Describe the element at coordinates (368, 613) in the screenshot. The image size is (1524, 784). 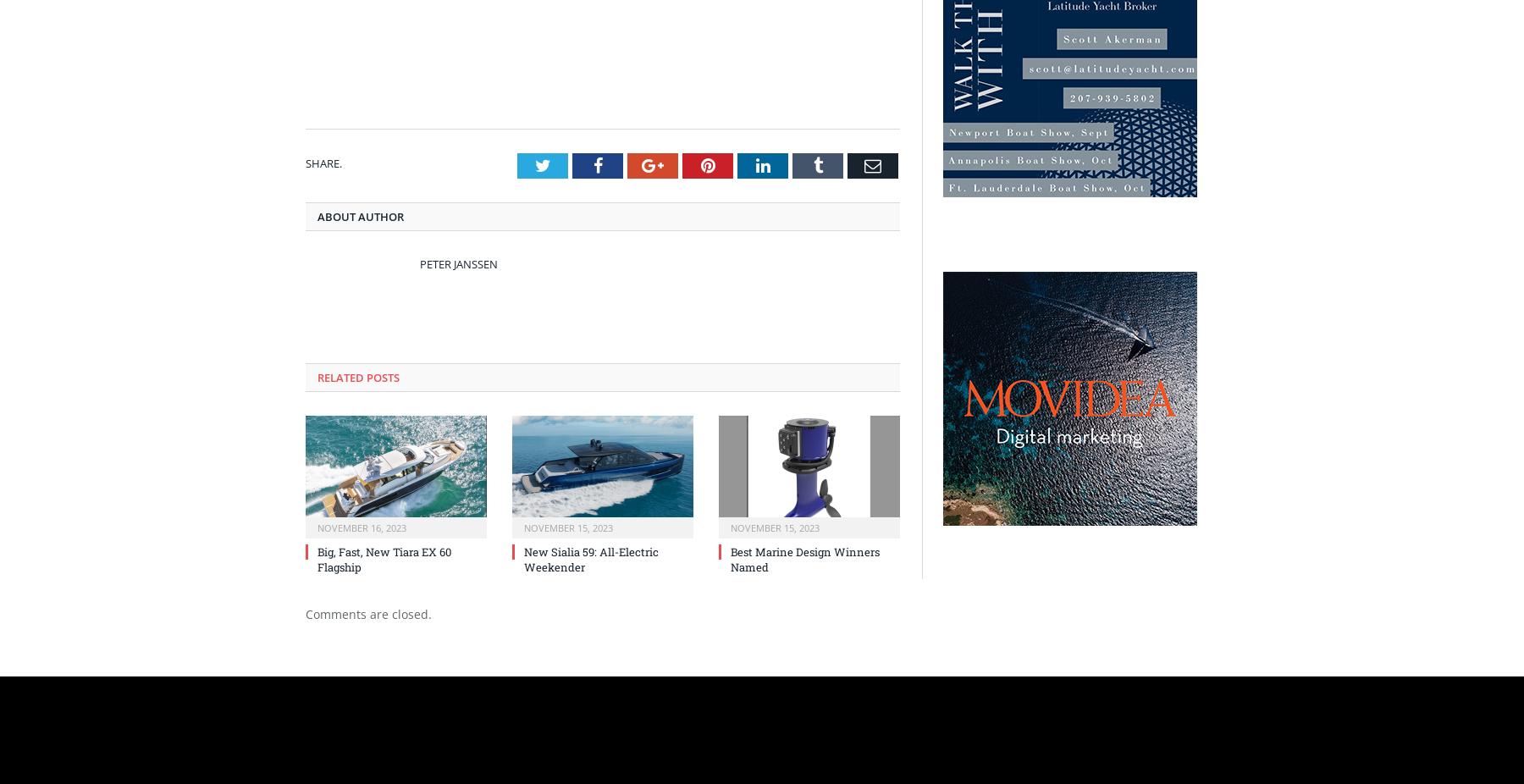
I see `'Comments are closed.'` at that location.